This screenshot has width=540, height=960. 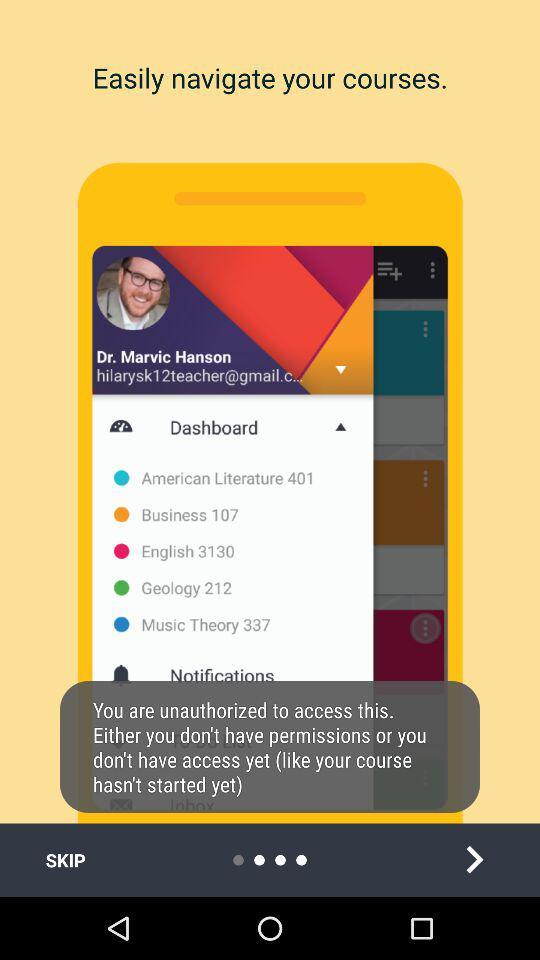 What do you see at coordinates (473, 859) in the screenshot?
I see `move on` at bounding box center [473, 859].